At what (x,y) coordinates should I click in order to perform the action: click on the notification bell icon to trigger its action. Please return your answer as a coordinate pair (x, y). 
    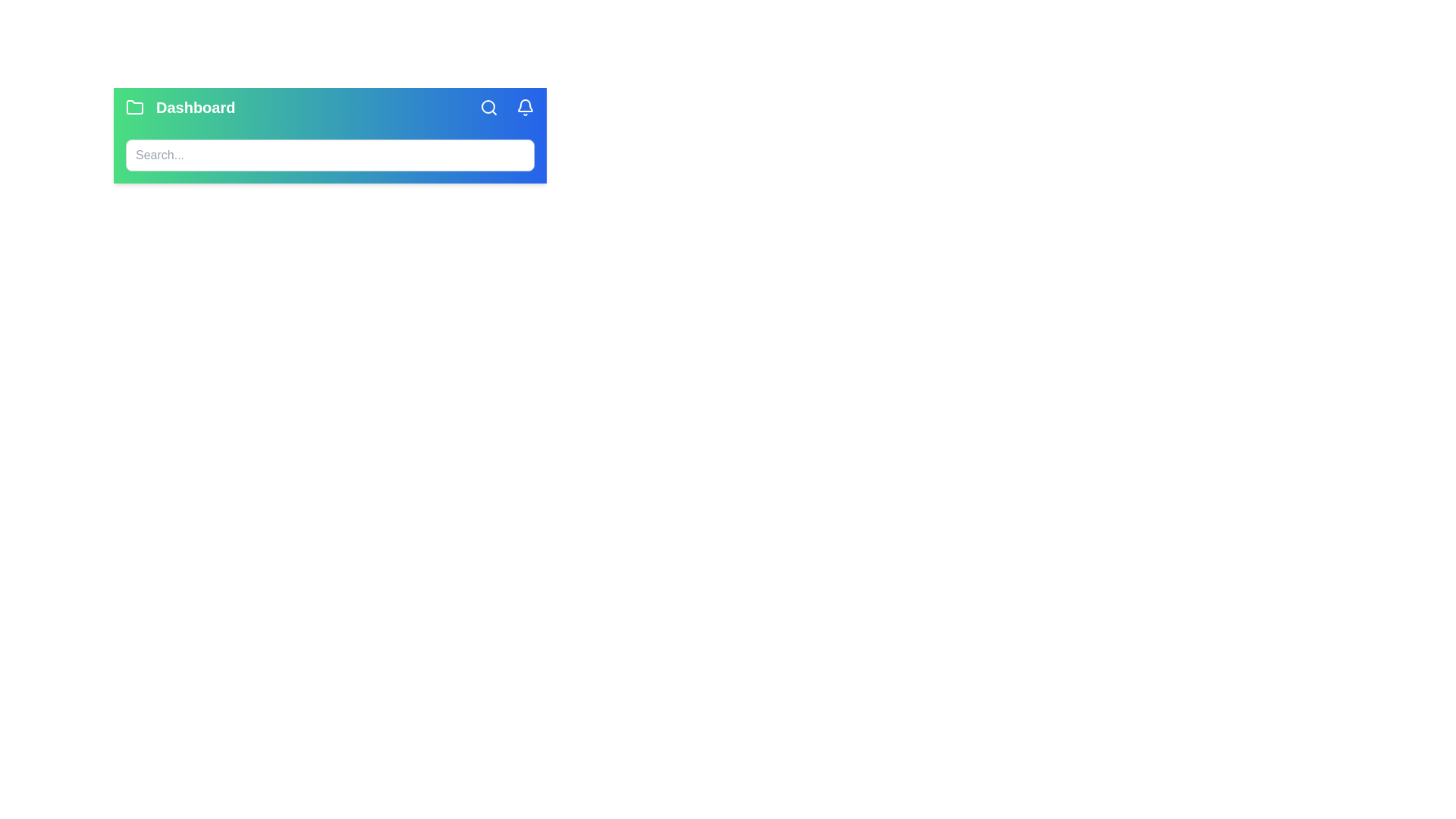
    Looking at the image, I should click on (525, 107).